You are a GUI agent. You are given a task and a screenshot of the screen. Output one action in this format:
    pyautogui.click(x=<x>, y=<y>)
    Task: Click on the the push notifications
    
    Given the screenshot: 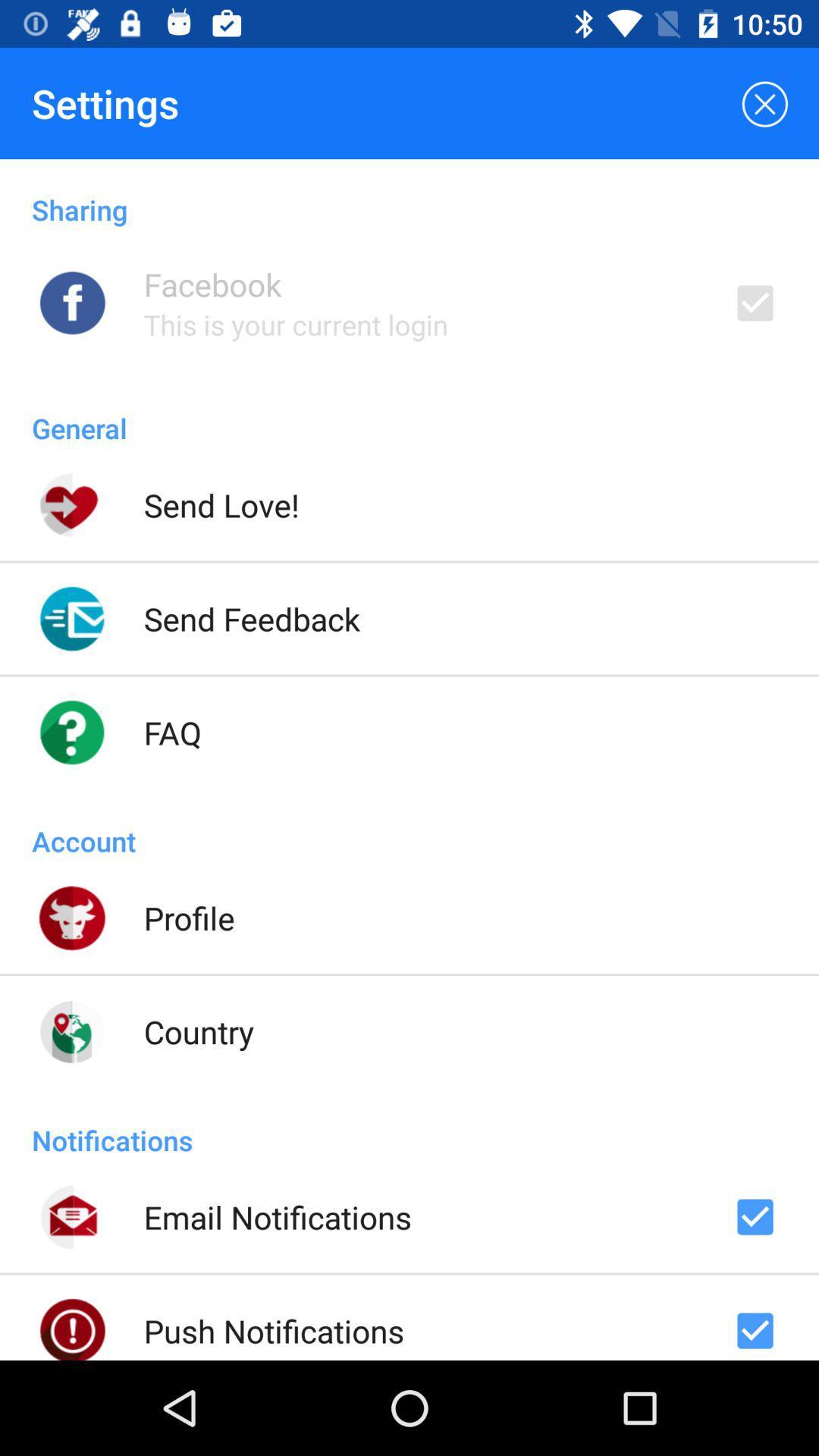 What is the action you would take?
    pyautogui.click(x=274, y=1330)
    